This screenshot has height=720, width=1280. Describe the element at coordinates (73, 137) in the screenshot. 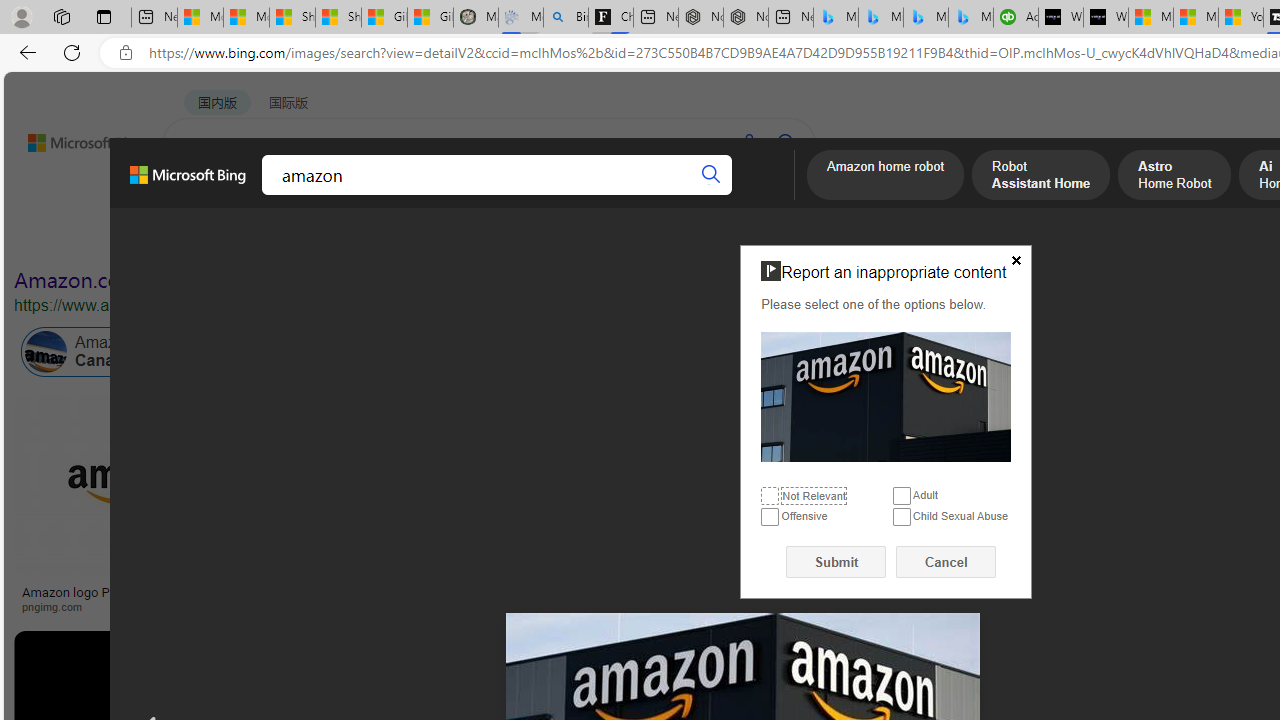

I see `'Back to Bing search'` at that location.